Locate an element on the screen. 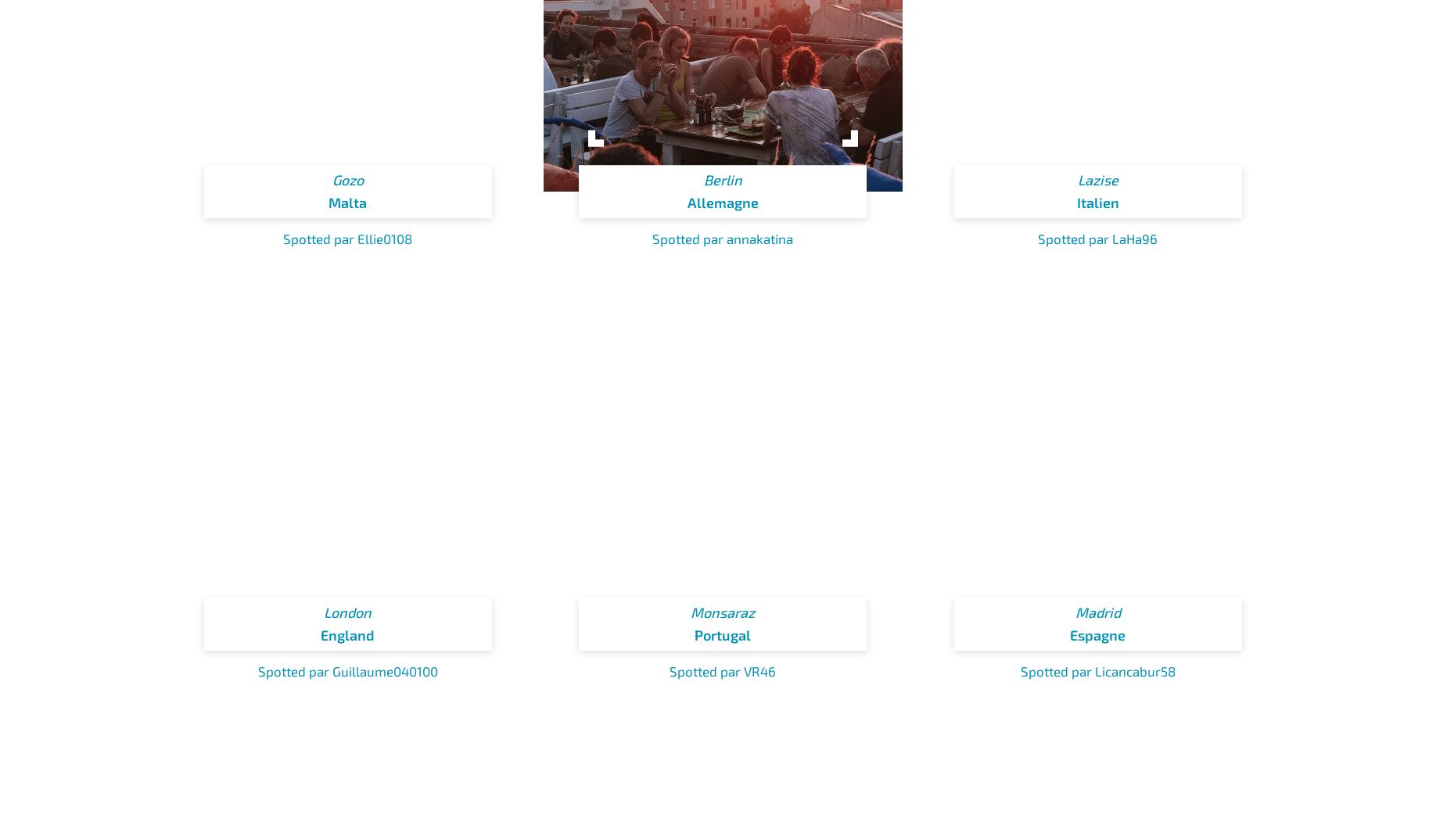  'Spotted par VR46' is located at coordinates (669, 670).